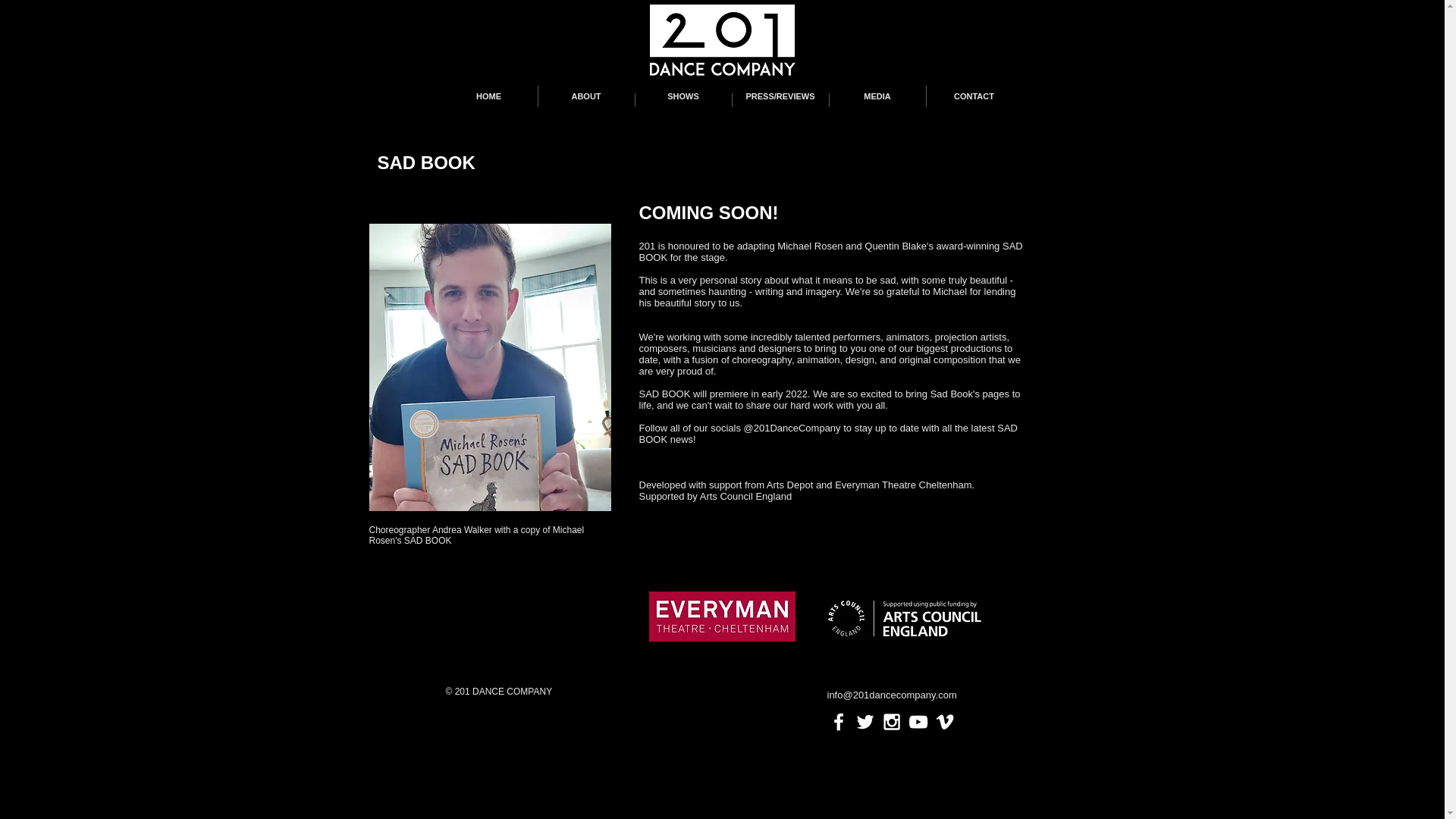  What do you see at coordinates (488, 96) in the screenshot?
I see `'HOME'` at bounding box center [488, 96].